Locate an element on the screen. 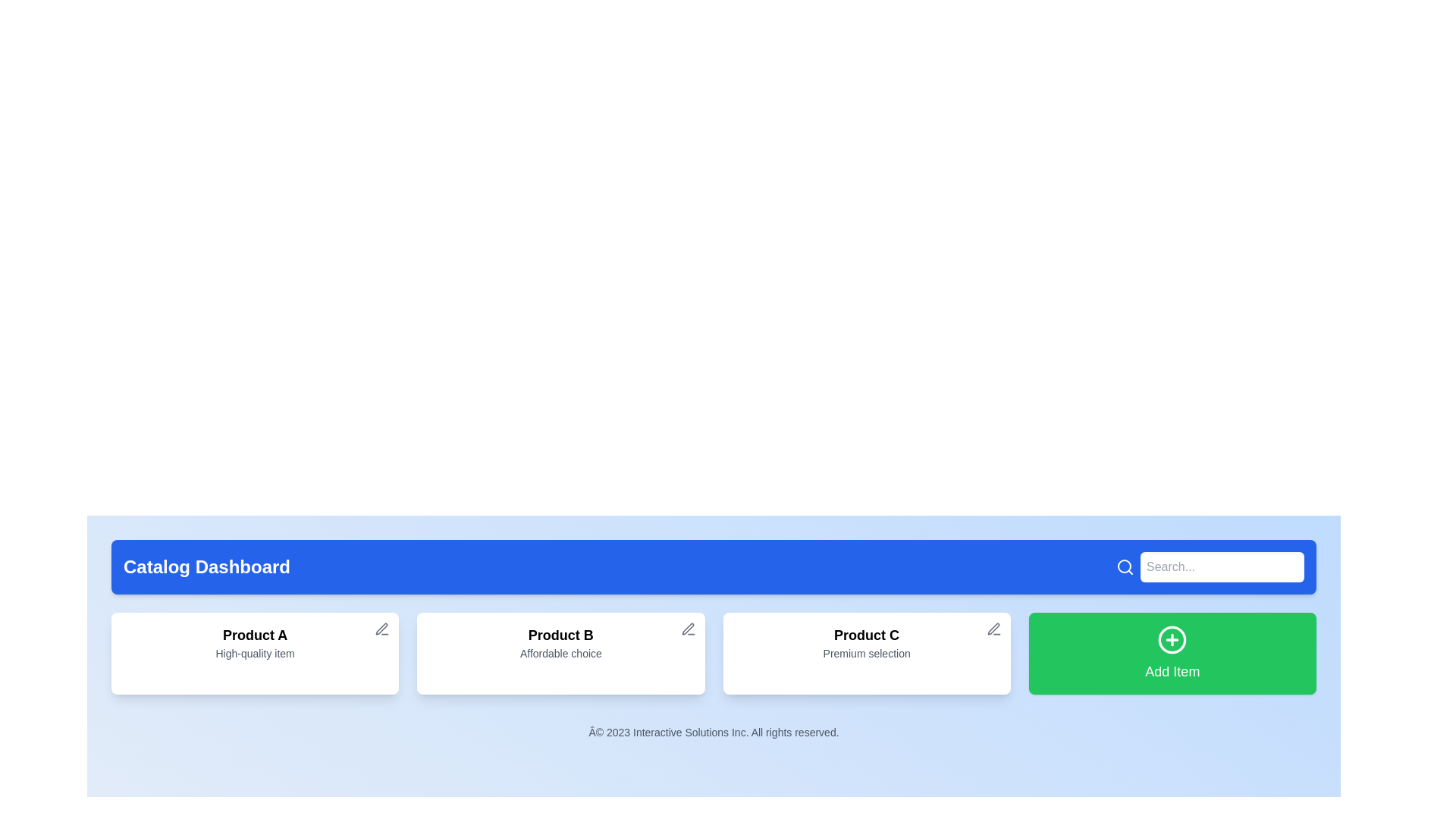 This screenshot has width=1456, height=819. the static text label located in the first card widget from the left, summarizing the content or item represented by the card, which is positioned near the top-left corner above the 'High-quality item' element is located at coordinates (255, 635).